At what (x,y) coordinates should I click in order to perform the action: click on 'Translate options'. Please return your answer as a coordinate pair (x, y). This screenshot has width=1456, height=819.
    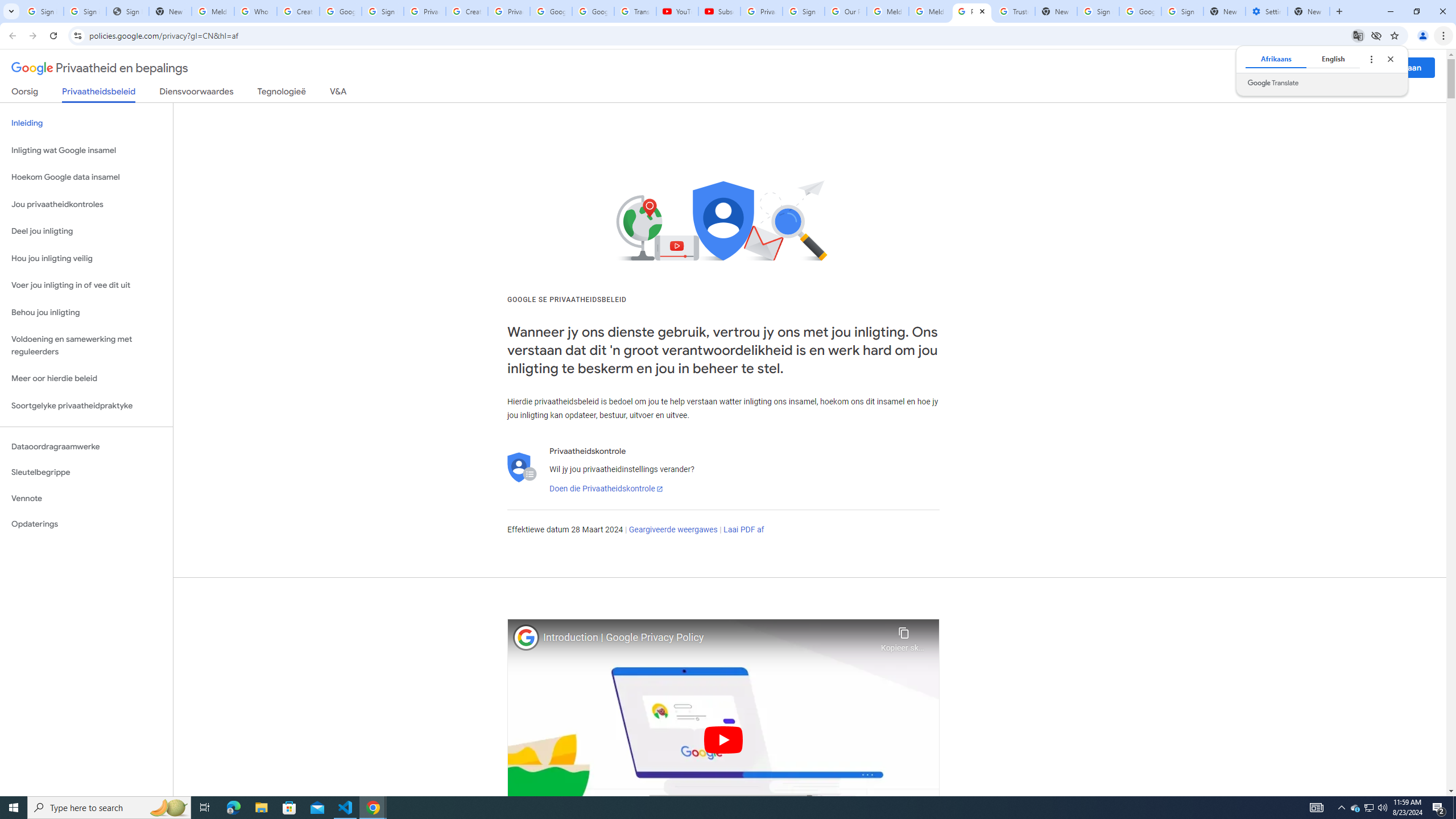
    Looking at the image, I should click on (1370, 59).